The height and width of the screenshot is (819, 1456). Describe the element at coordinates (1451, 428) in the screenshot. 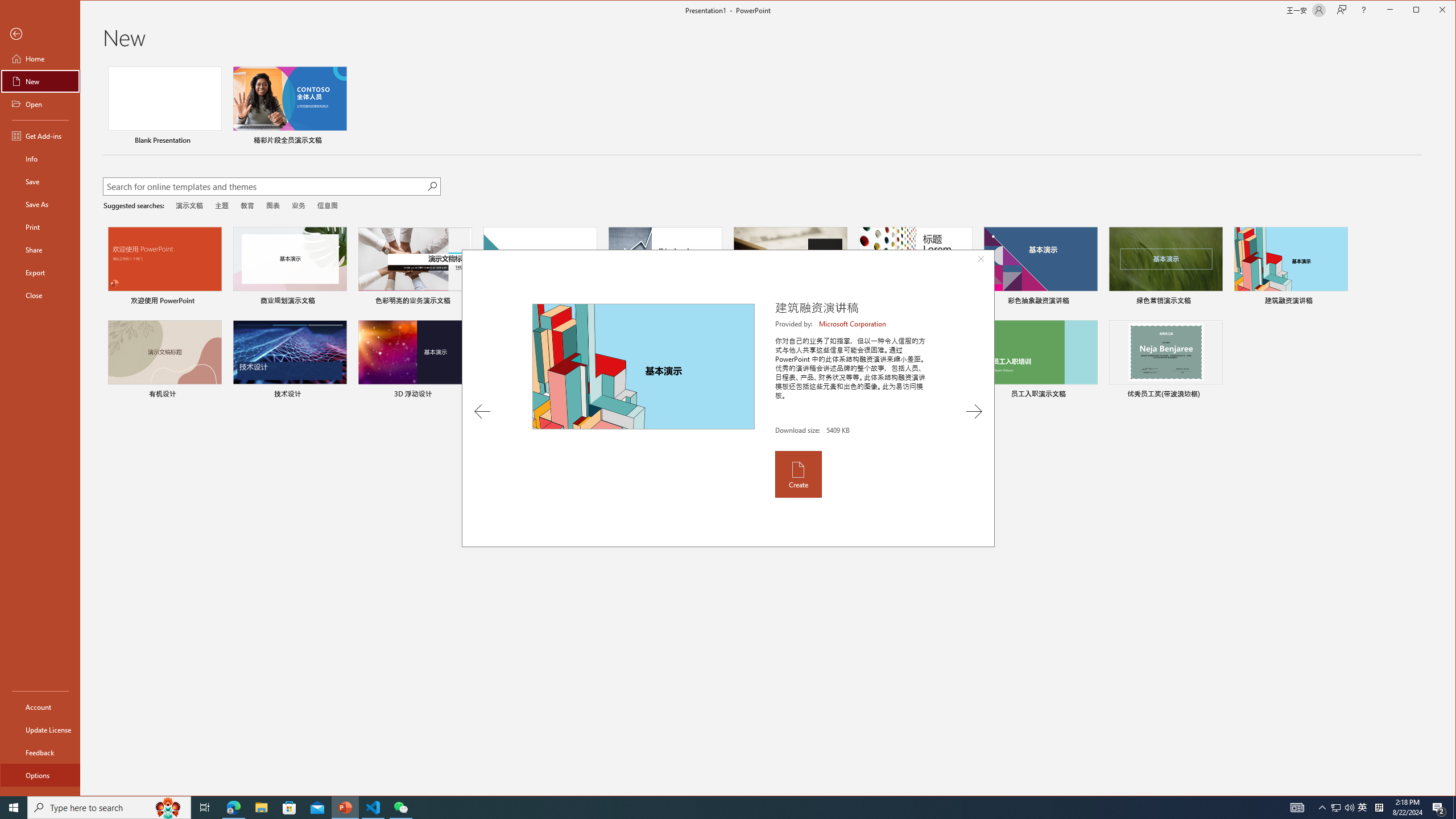

I see `'Class: NetUIScrollBar'` at that location.